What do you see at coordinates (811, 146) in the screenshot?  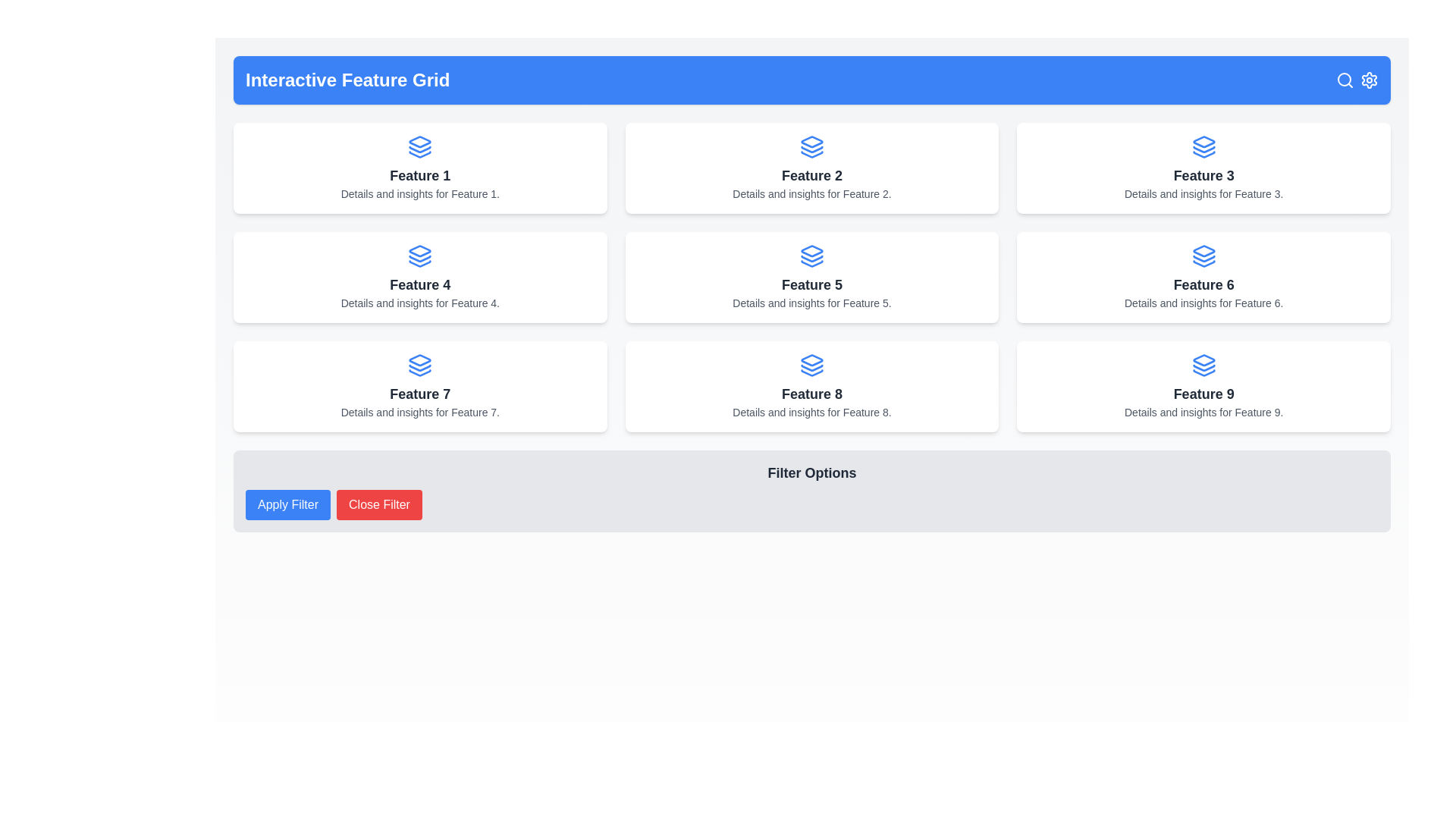 I see `the icon representing 'Feature 2' located in the center-top region of the card in the second column of the first row of the grid layout` at bounding box center [811, 146].